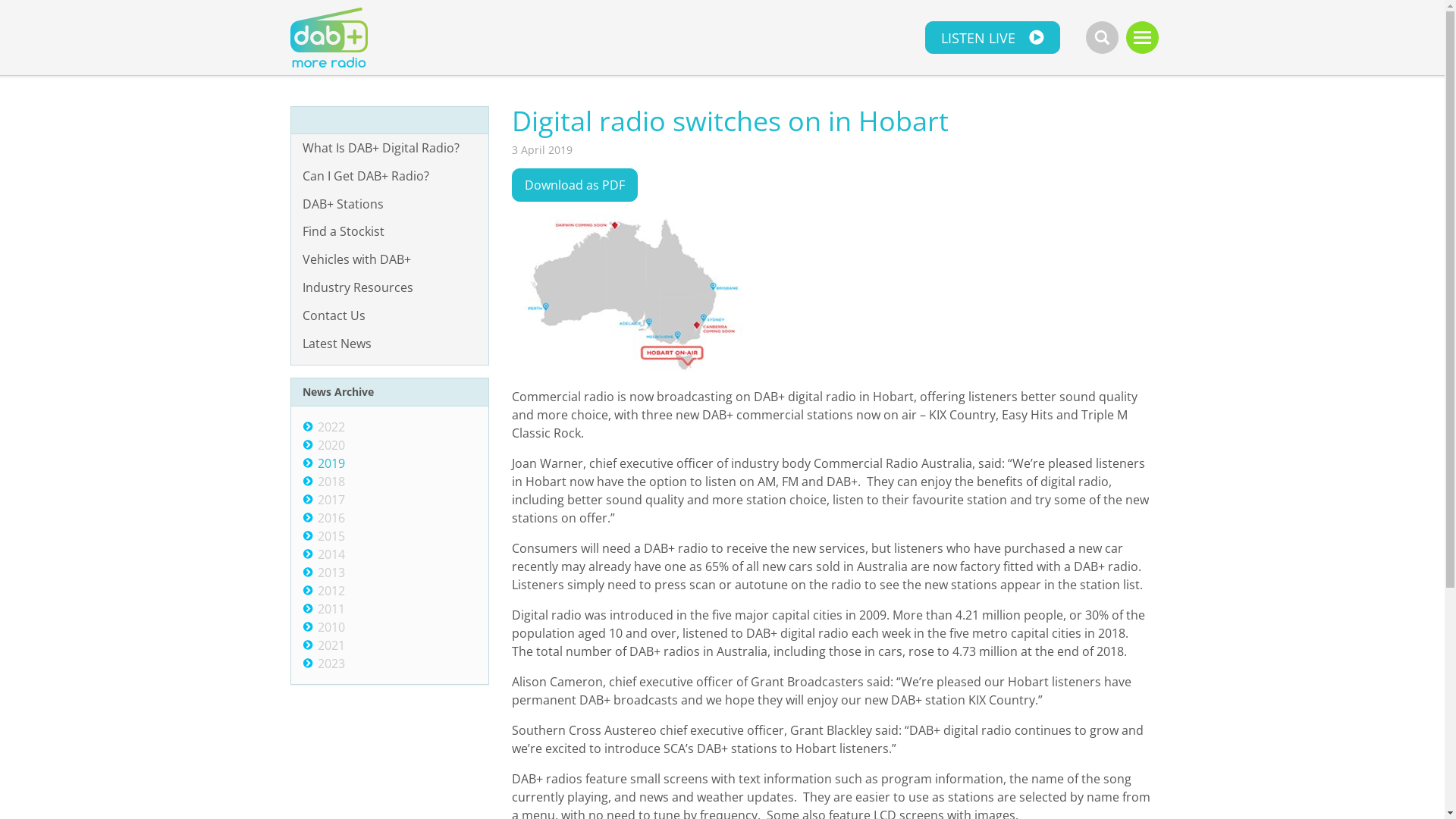 This screenshot has height=819, width=1456. I want to click on 'What Is DAB+ Digital Radio?', so click(390, 148).